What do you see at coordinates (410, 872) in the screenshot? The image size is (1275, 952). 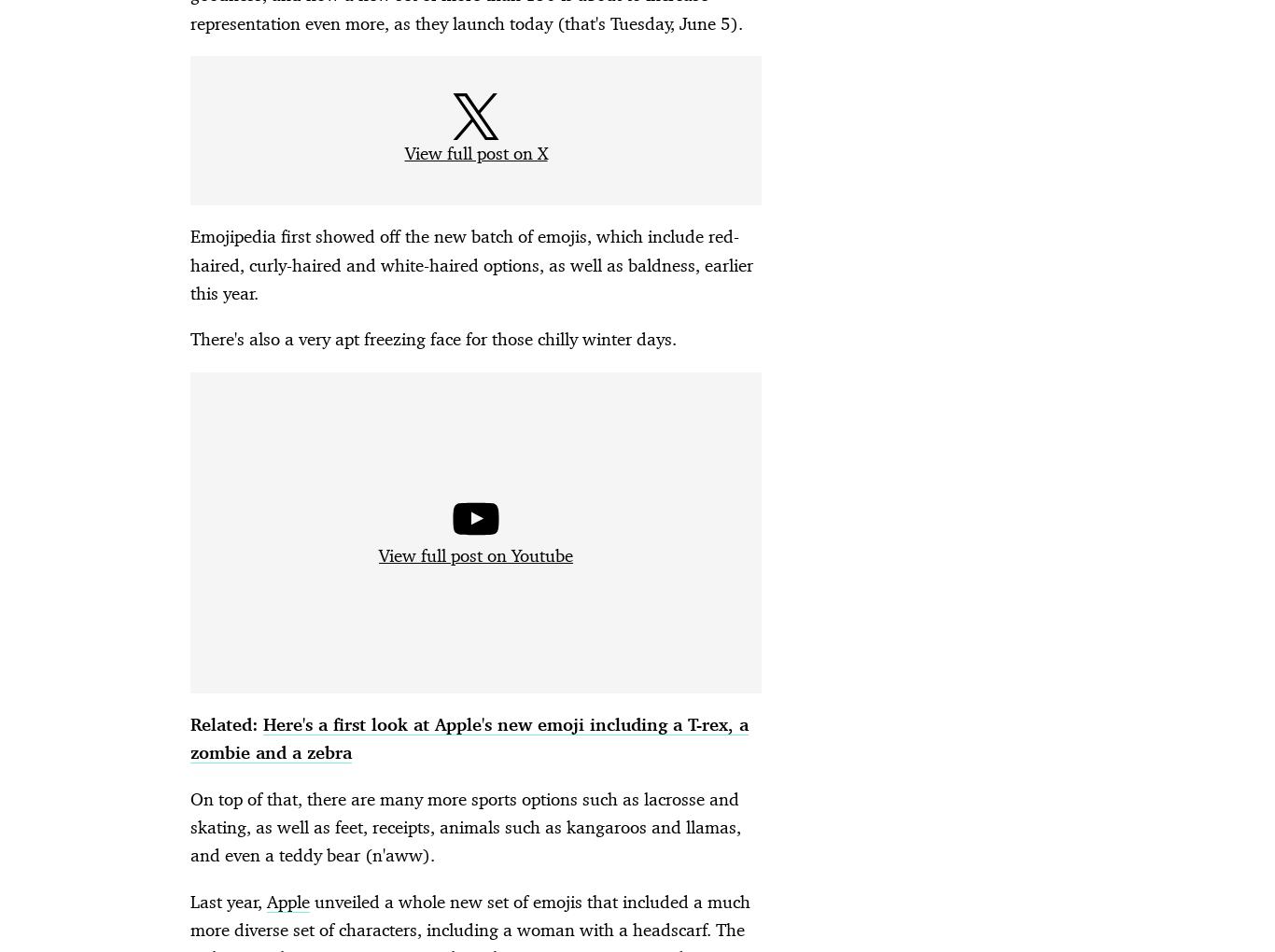 I see `'LGBTQ+ Spy'` at bounding box center [410, 872].